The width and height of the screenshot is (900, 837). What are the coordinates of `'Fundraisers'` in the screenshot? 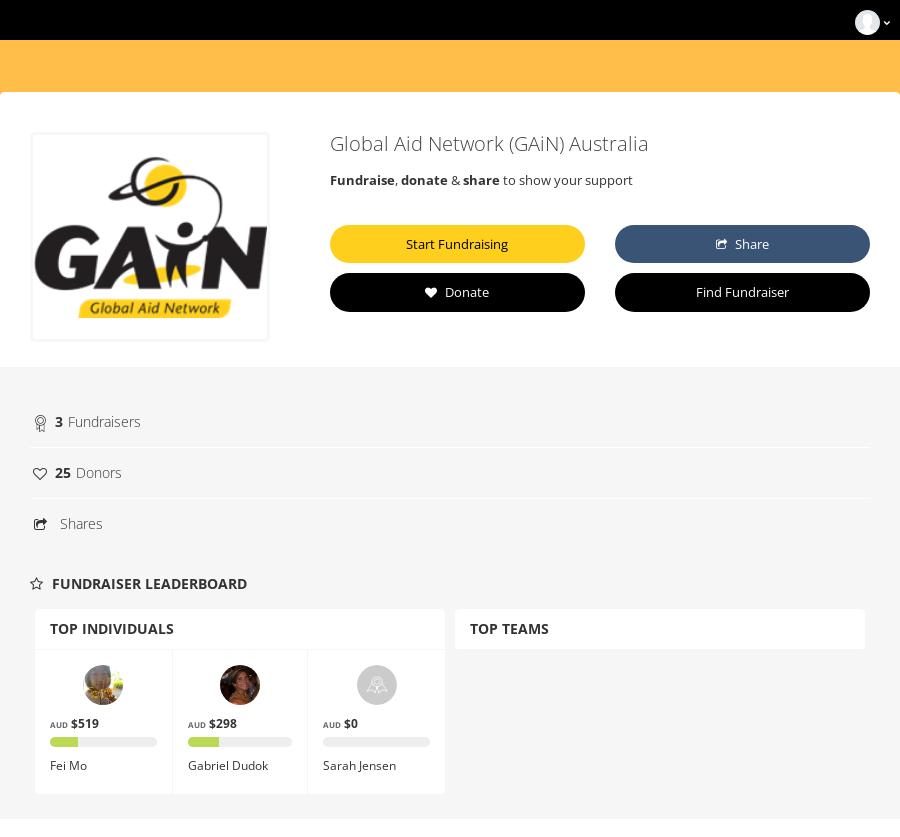 It's located at (103, 420).